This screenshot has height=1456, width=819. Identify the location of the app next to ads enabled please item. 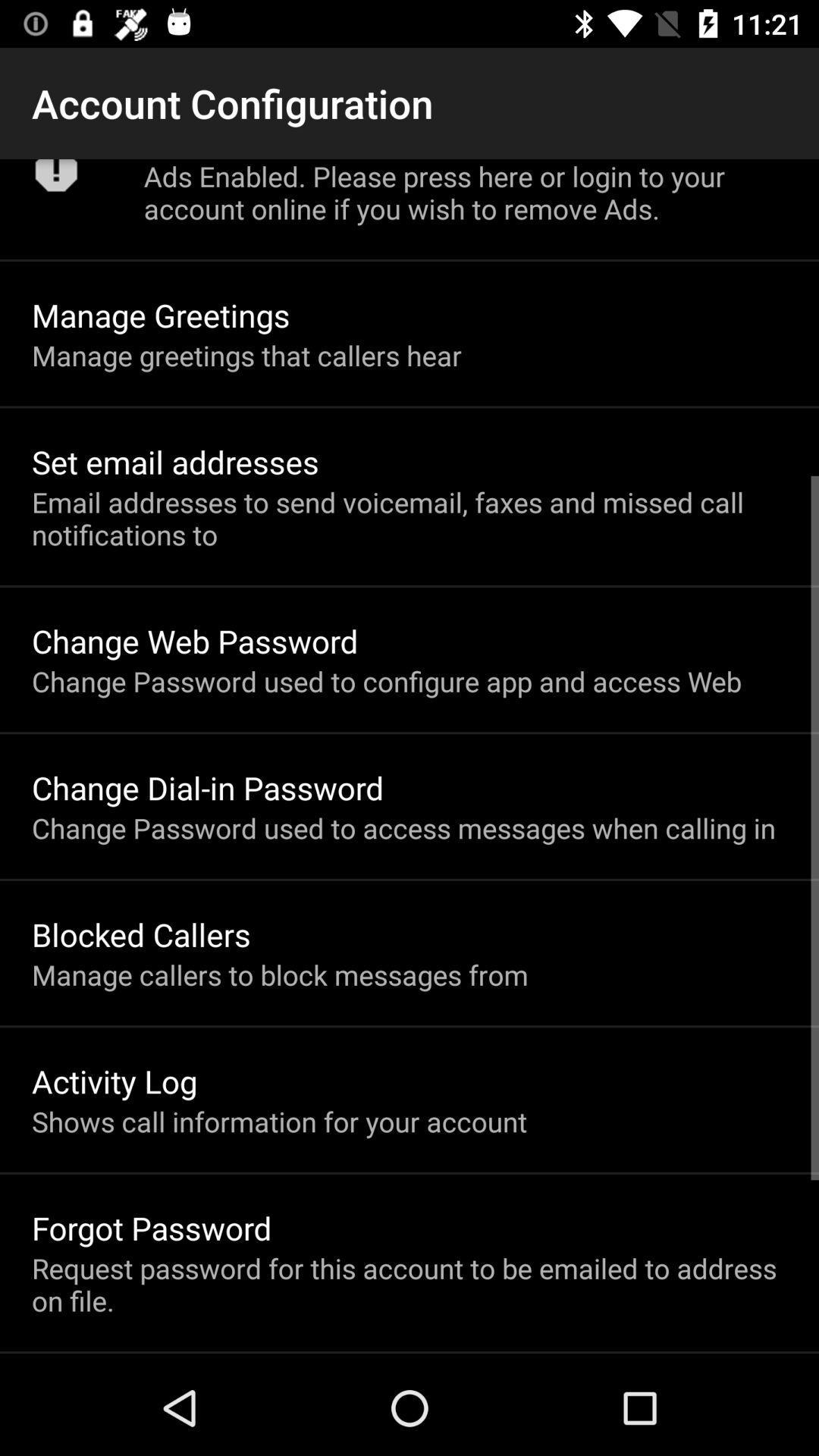
(55, 180).